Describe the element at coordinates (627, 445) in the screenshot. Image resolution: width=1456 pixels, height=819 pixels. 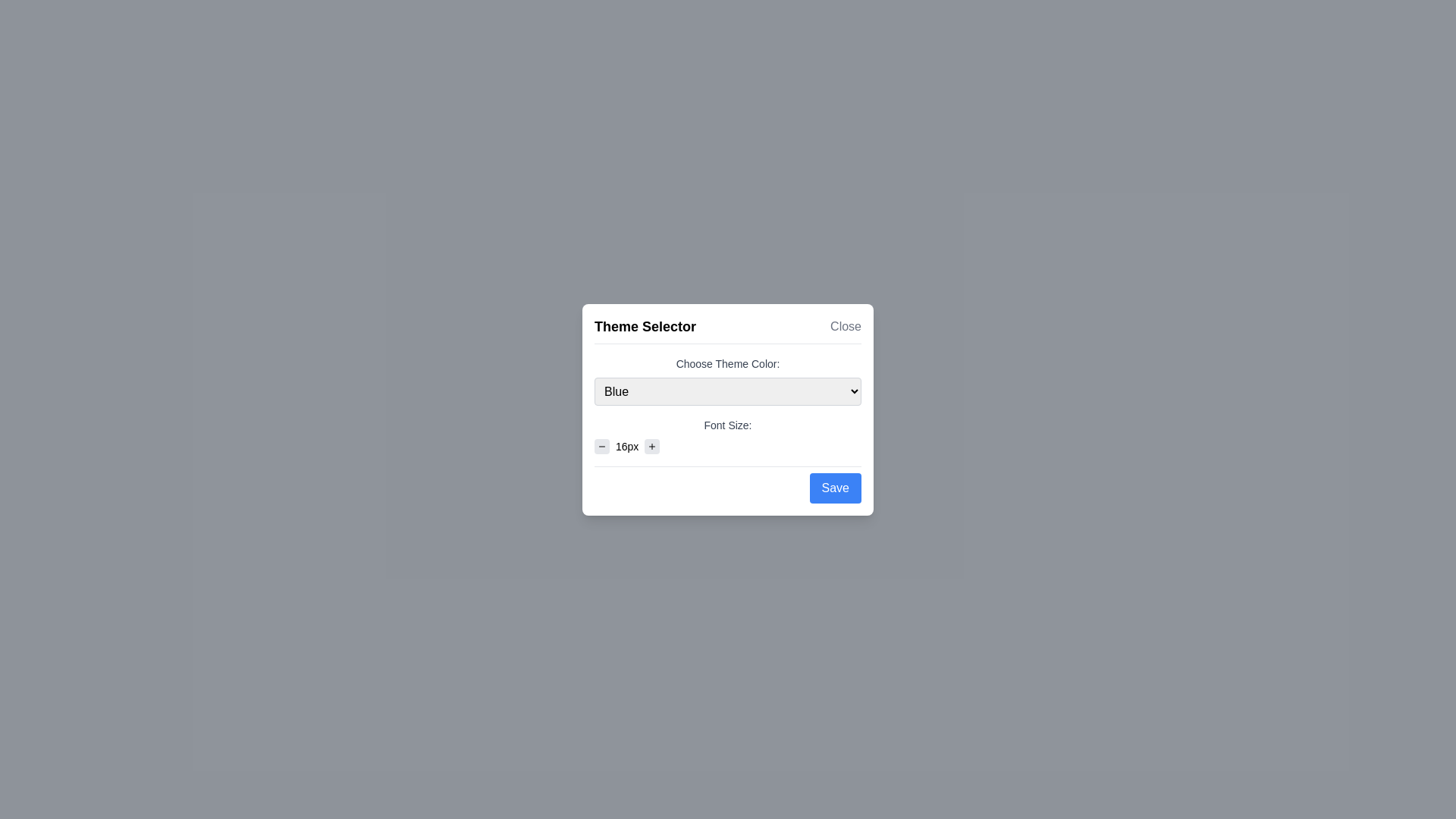
I see `the Text Label that displays the current font size value, positioned between the minus button and the plus button` at that location.